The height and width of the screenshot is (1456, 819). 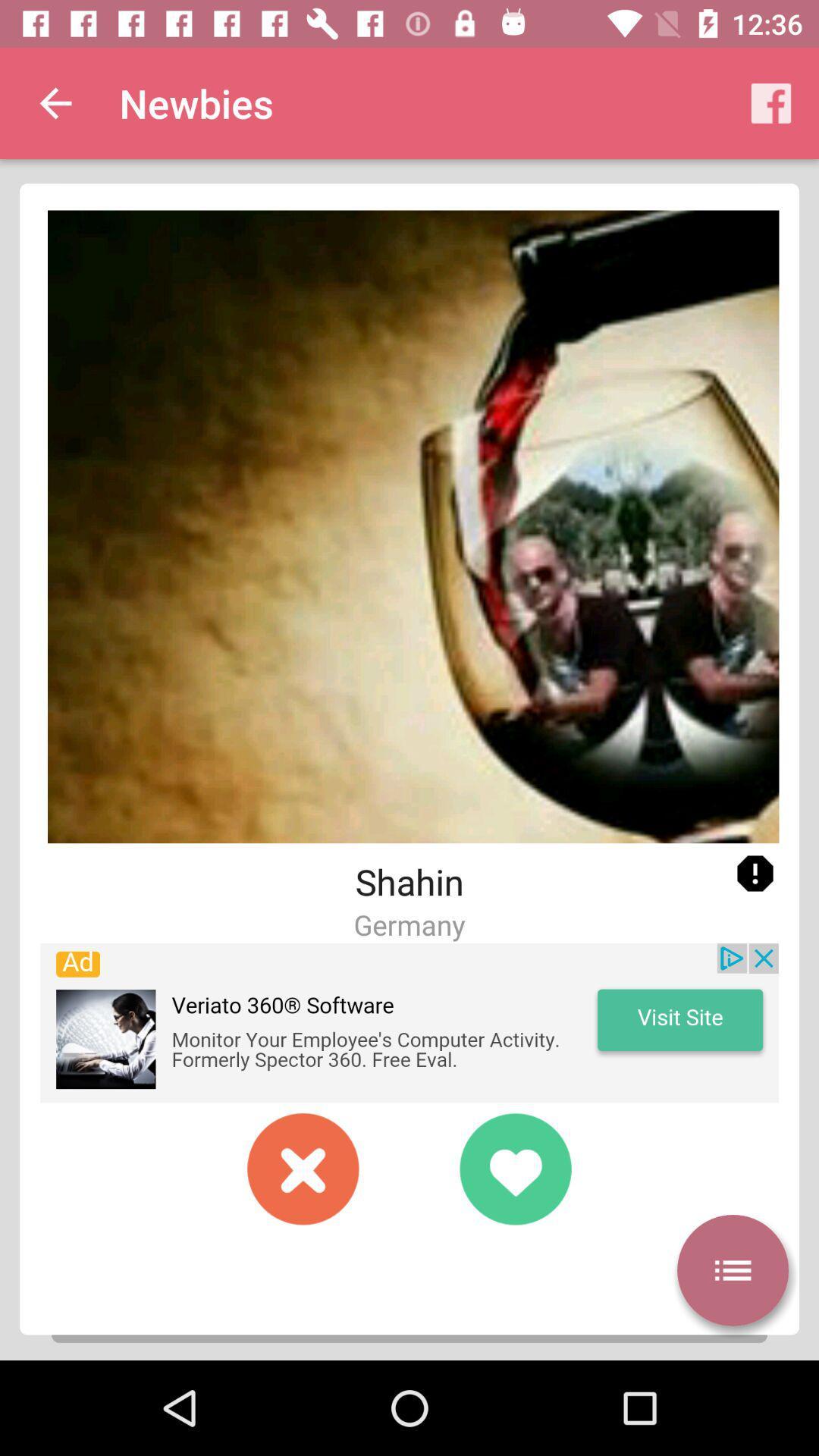 I want to click on like, so click(x=514, y=1168).